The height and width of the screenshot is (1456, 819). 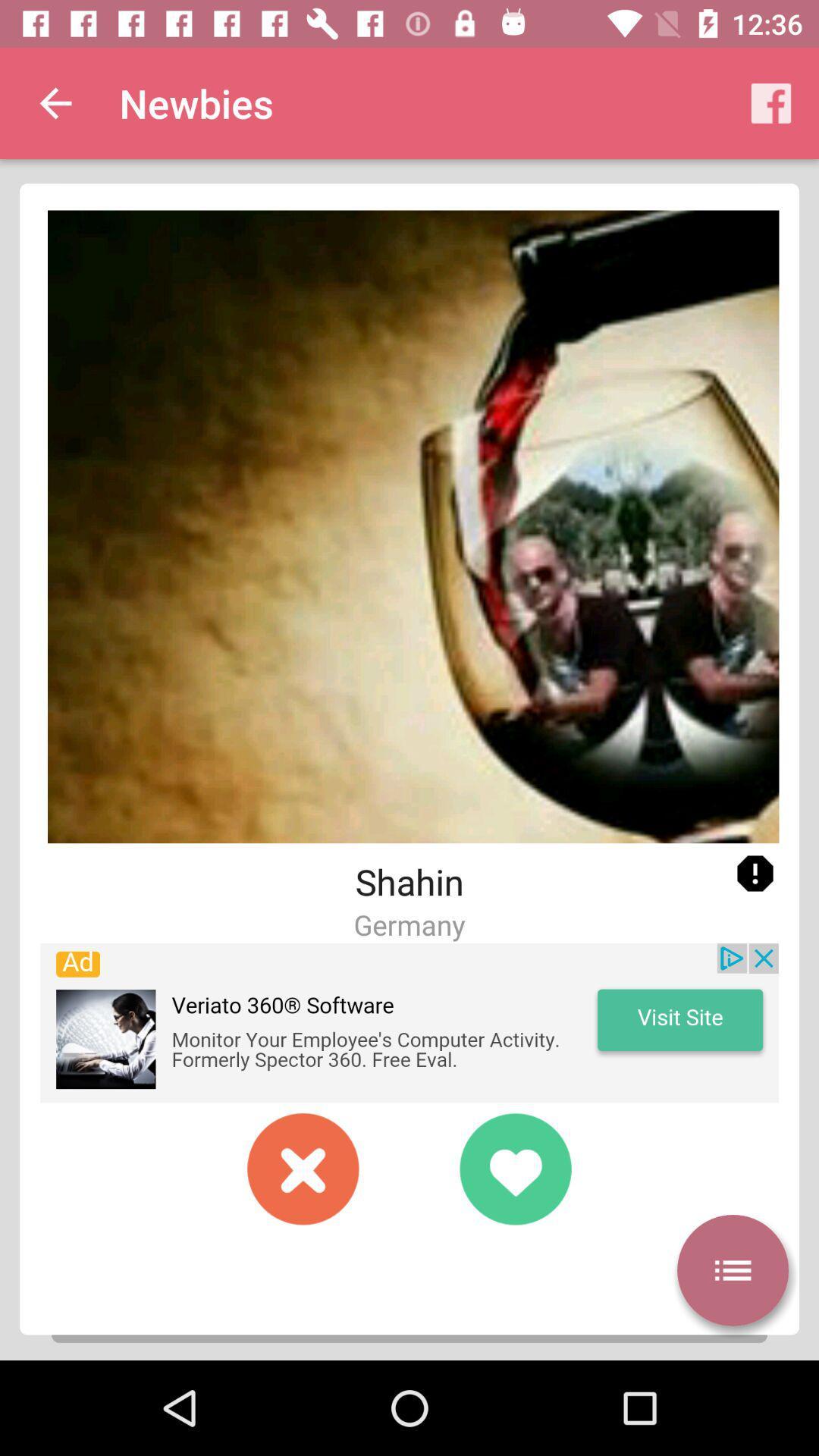 I want to click on like, so click(x=514, y=1168).